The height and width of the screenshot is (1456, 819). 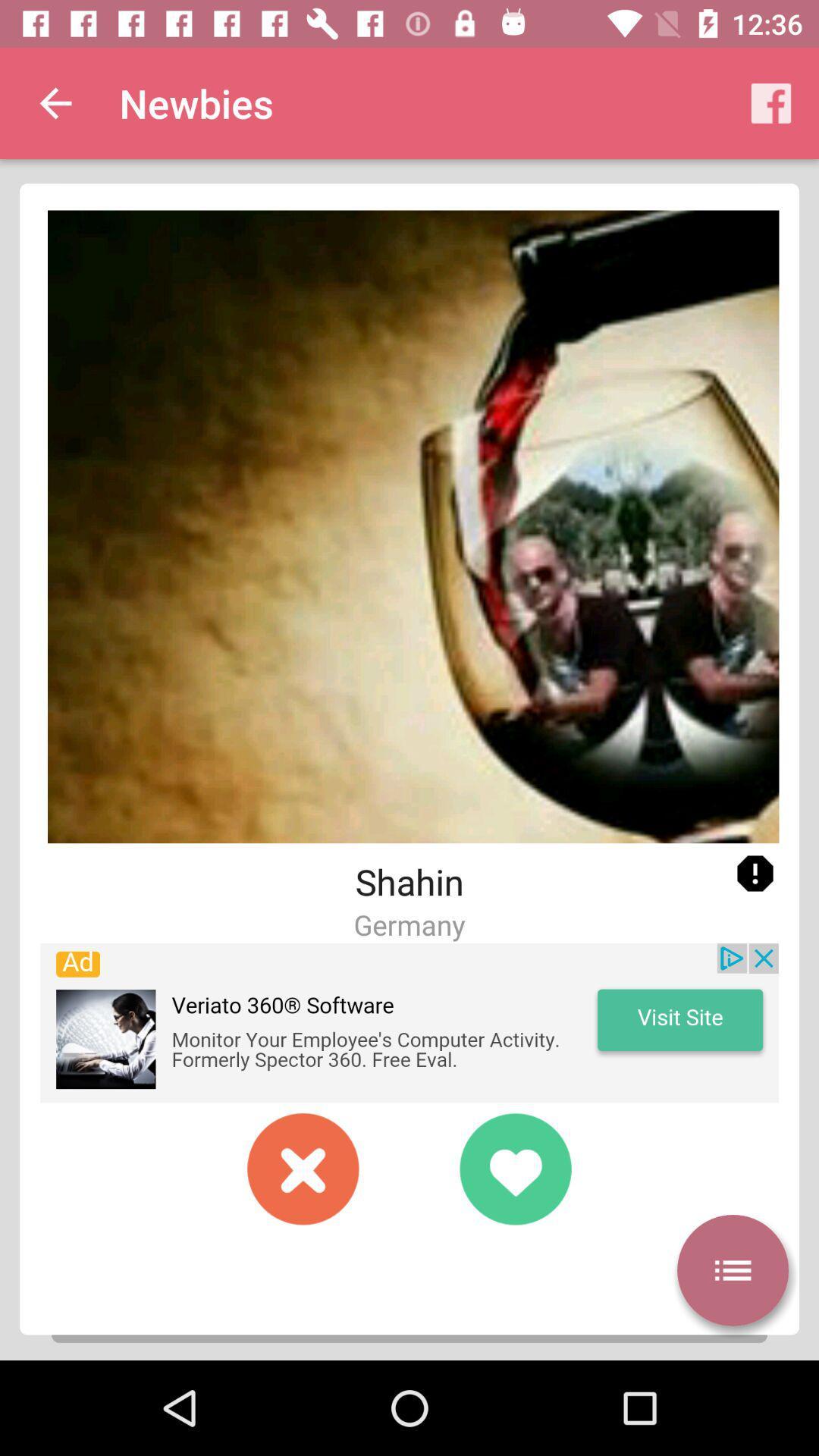 I want to click on like, so click(x=514, y=1168).